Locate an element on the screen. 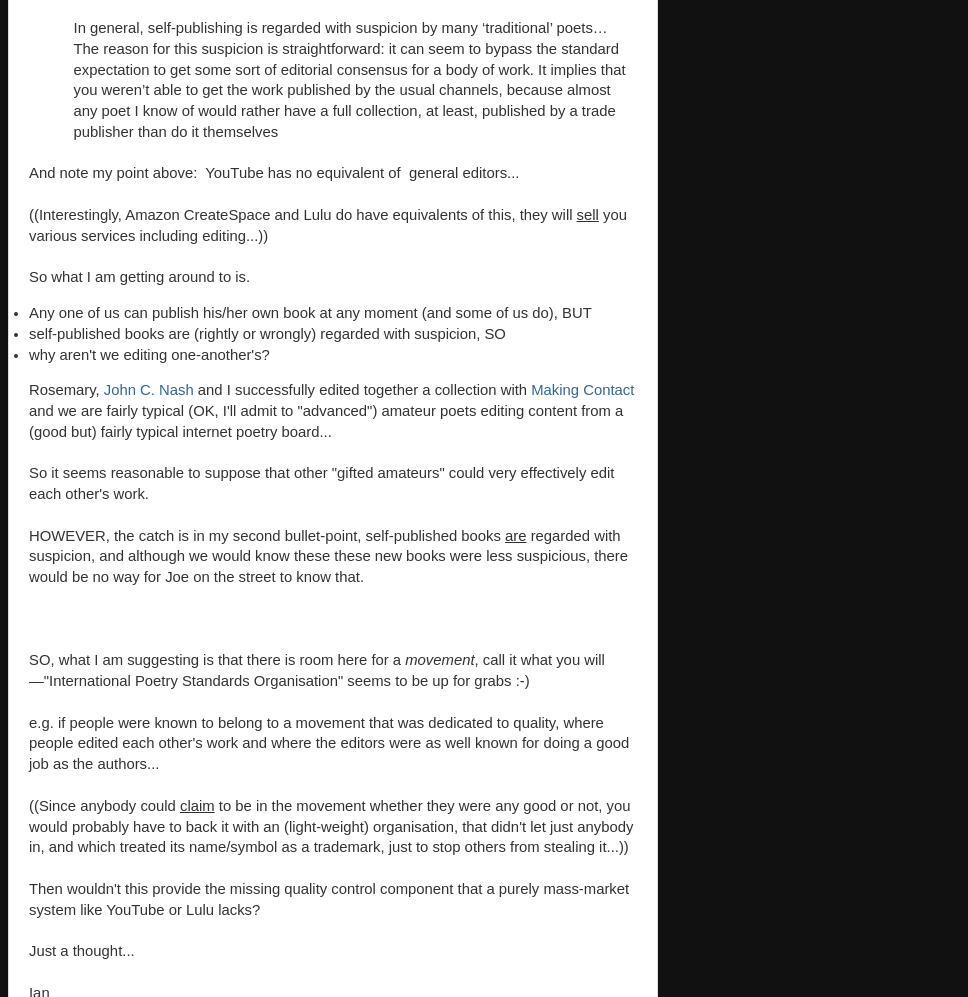 This screenshot has width=968, height=997. 'Just a thought...' is located at coordinates (81, 951).